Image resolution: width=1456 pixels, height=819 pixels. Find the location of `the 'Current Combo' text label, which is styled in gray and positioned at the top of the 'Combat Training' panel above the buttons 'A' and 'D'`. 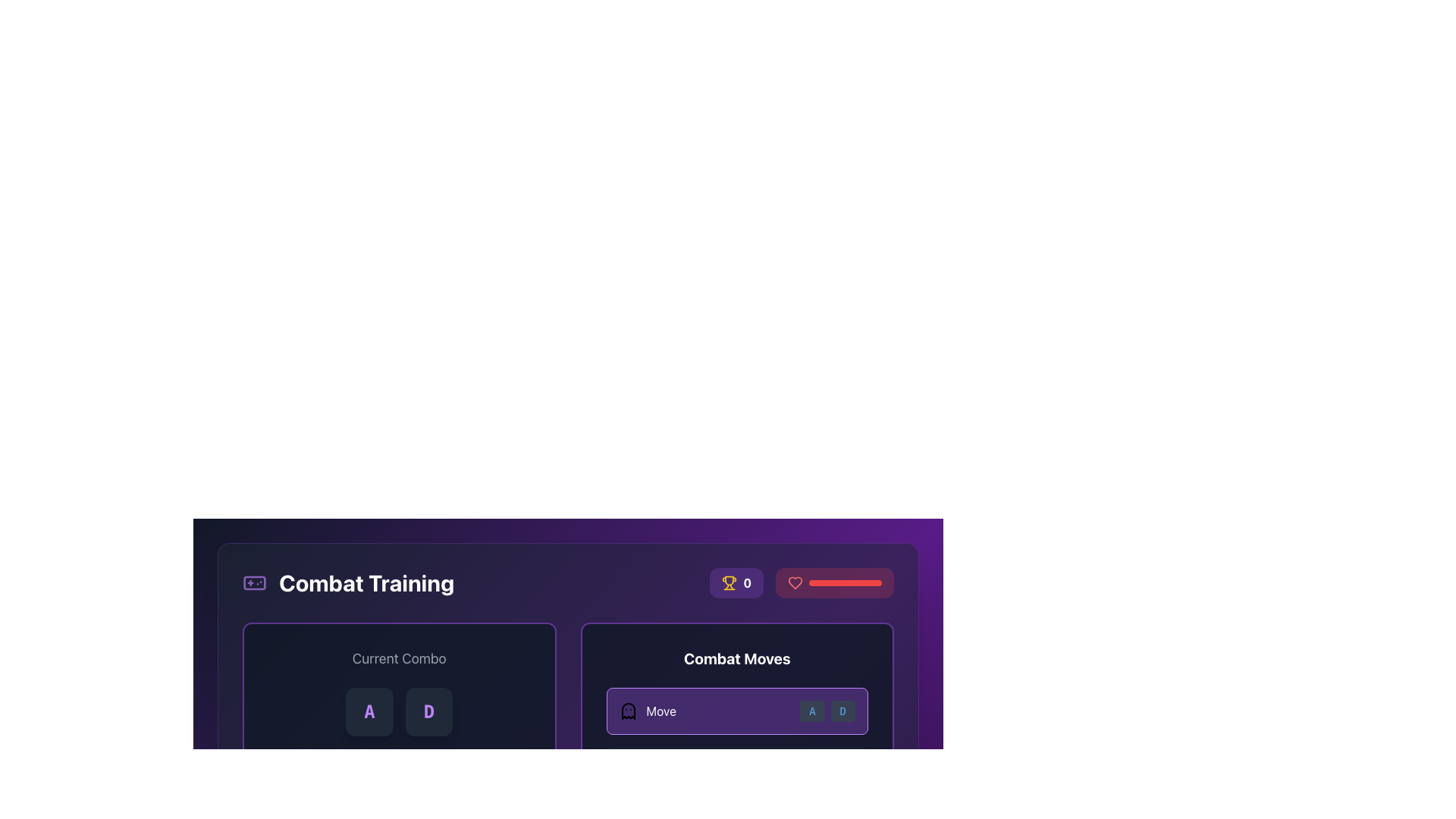

the 'Current Combo' text label, which is styled in gray and positioned at the top of the 'Combat Training' panel above the buttons 'A' and 'D' is located at coordinates (399, 657).